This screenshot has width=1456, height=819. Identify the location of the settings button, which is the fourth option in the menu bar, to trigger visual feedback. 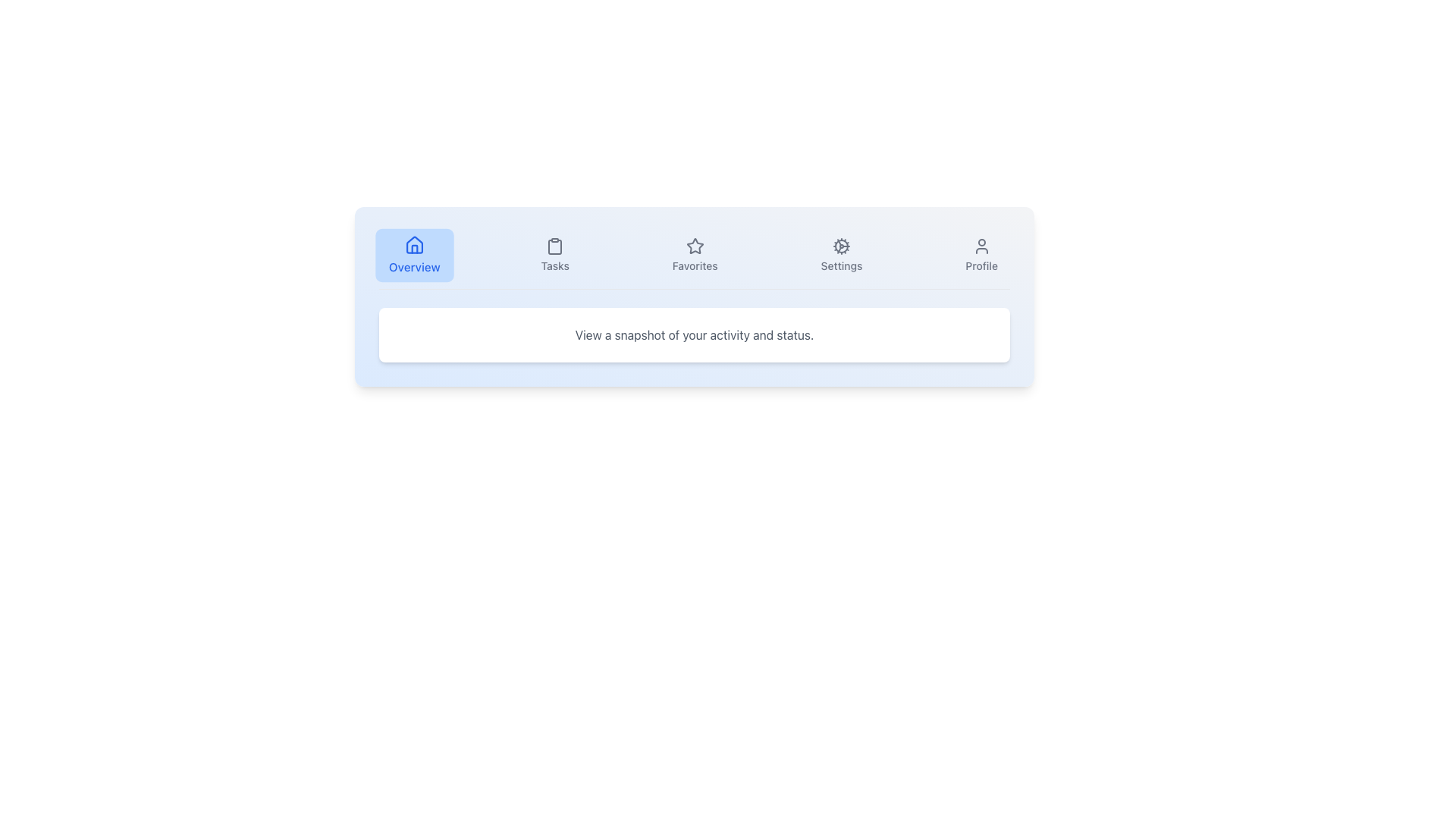
(841, 254).